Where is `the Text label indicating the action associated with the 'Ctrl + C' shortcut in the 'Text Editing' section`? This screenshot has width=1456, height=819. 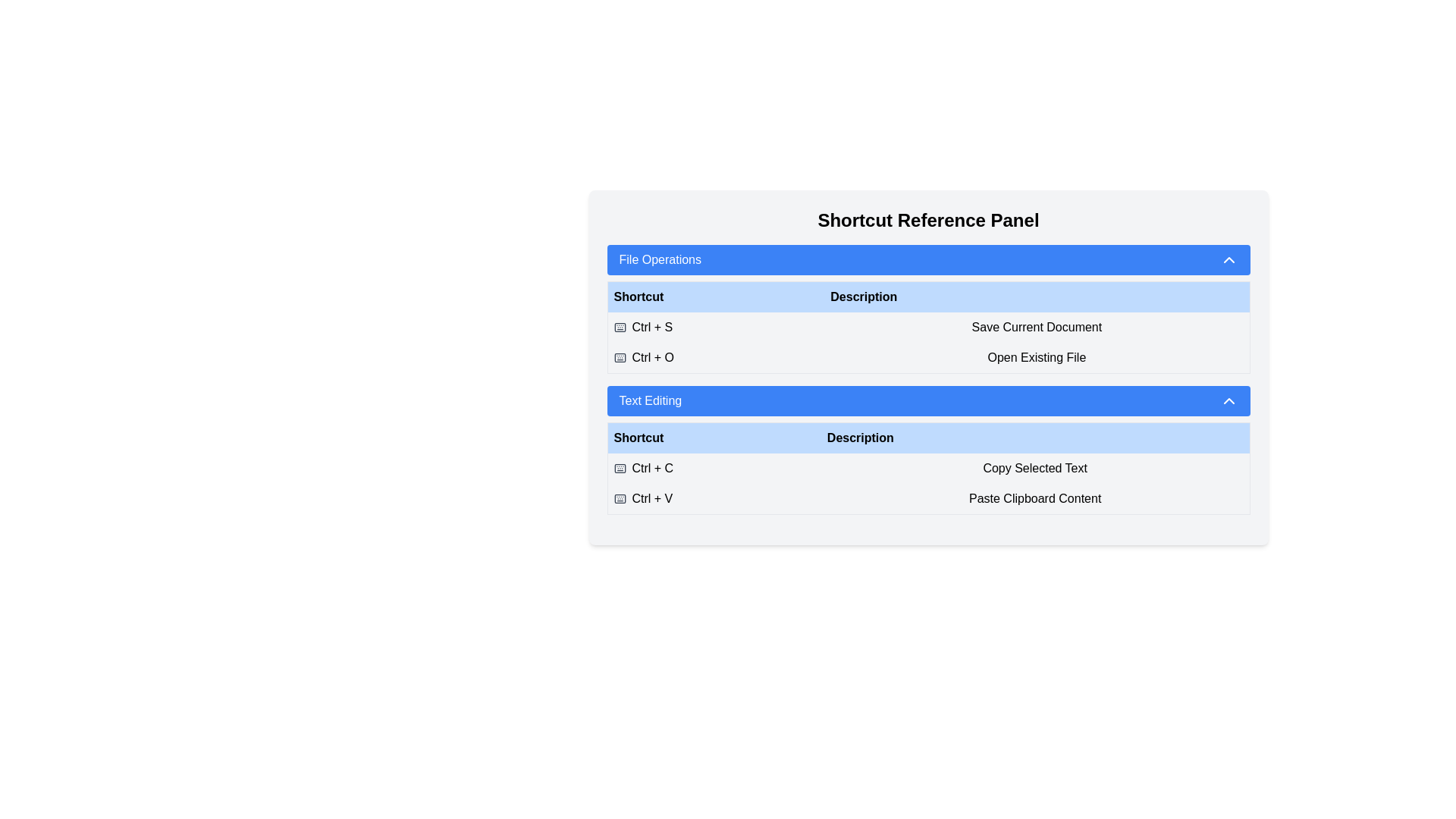 the Text label indicating the action associated with the 'Ctrl + C' shortcut in the 'Text Editing' section is located at coordinates (1034, 467).